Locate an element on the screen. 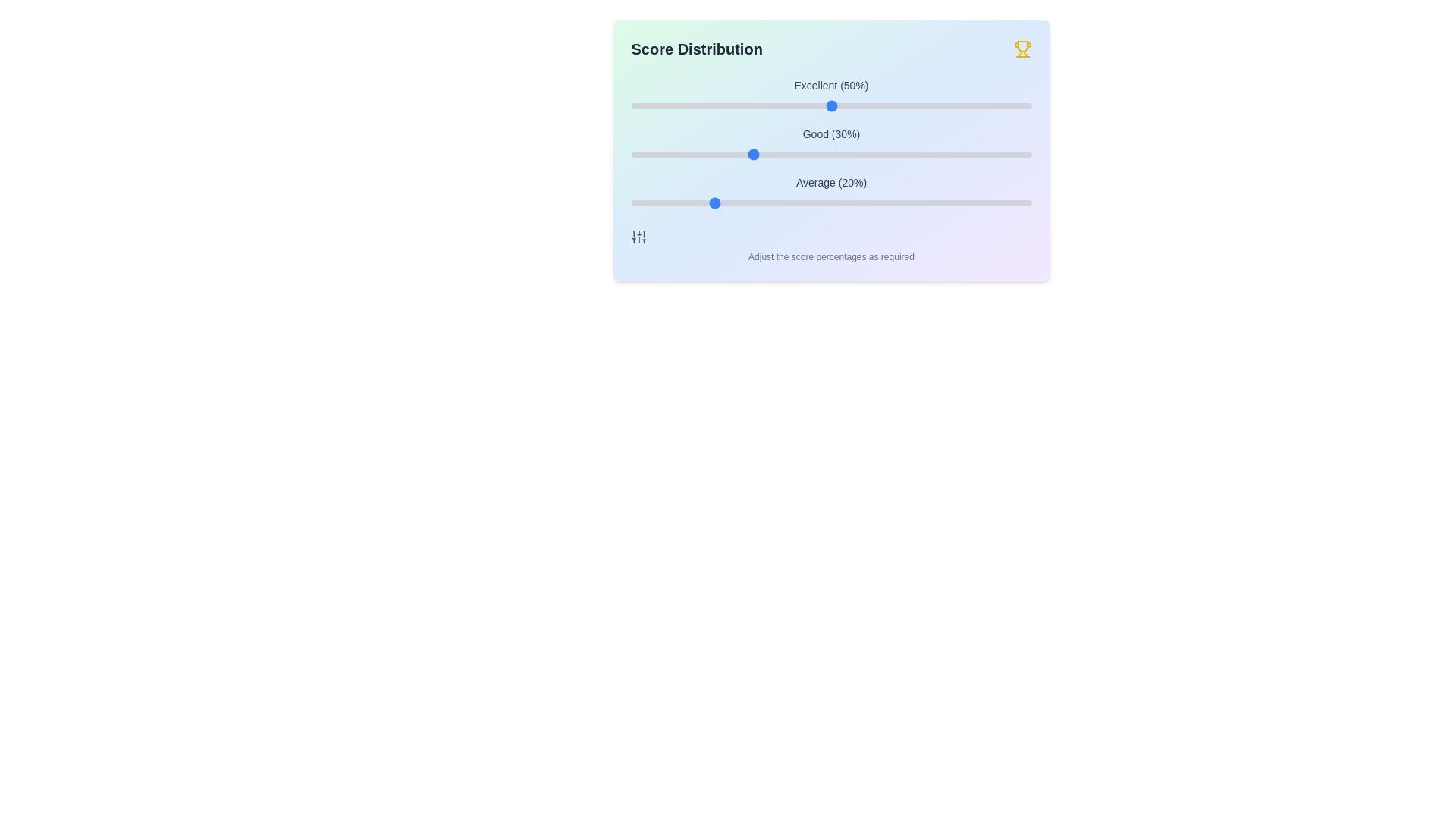 The image size is (1456, 819). the slider for the 'Good' category to 77% is located at coordinates (938, 155).